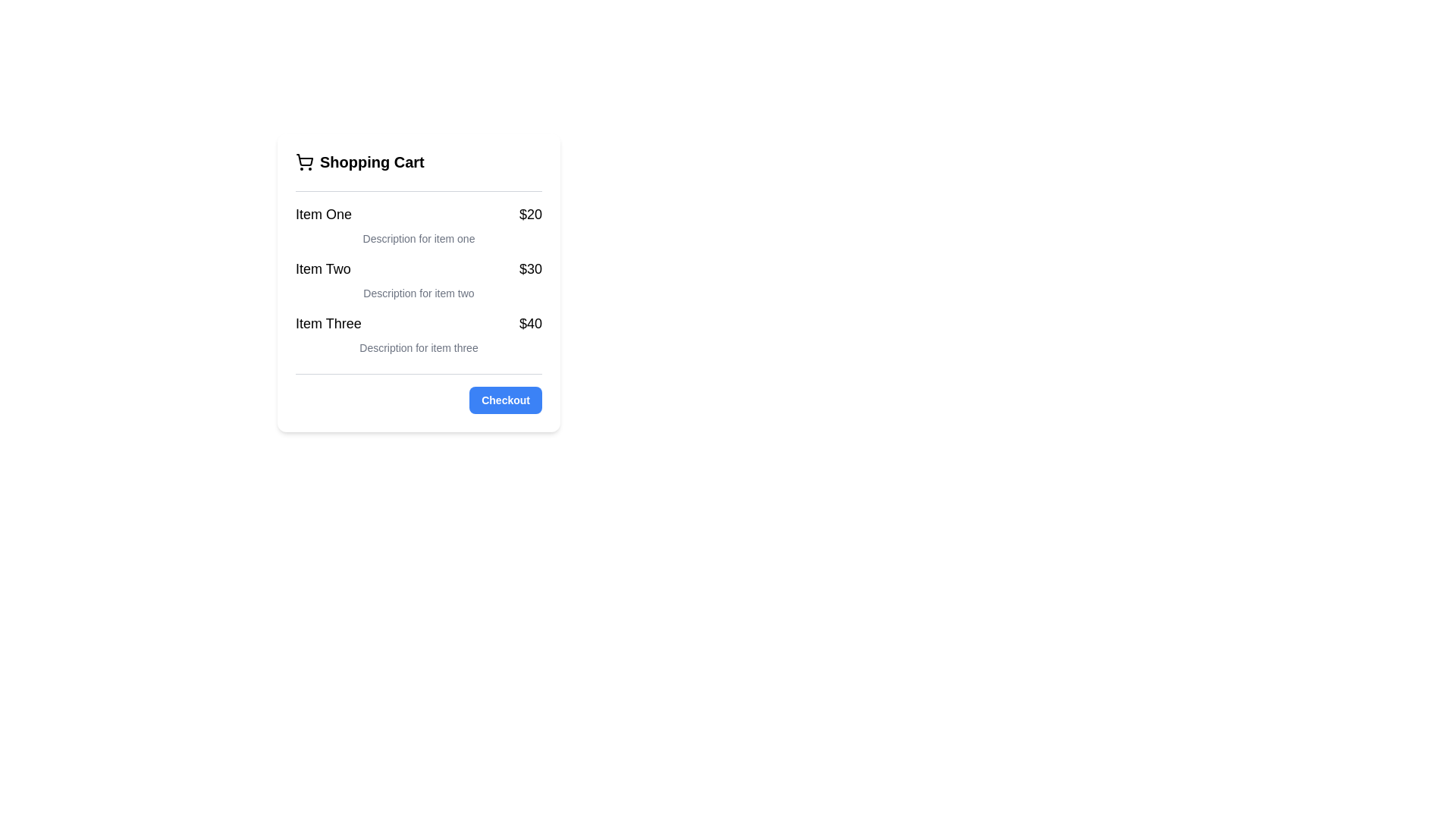 The width and height of the screenshot is (1456, 819). I want to click on the shopping cart icon located at the top left section of the shopping cart interface, adjacent to the title 'Shopping Cart', so click(304, 160).